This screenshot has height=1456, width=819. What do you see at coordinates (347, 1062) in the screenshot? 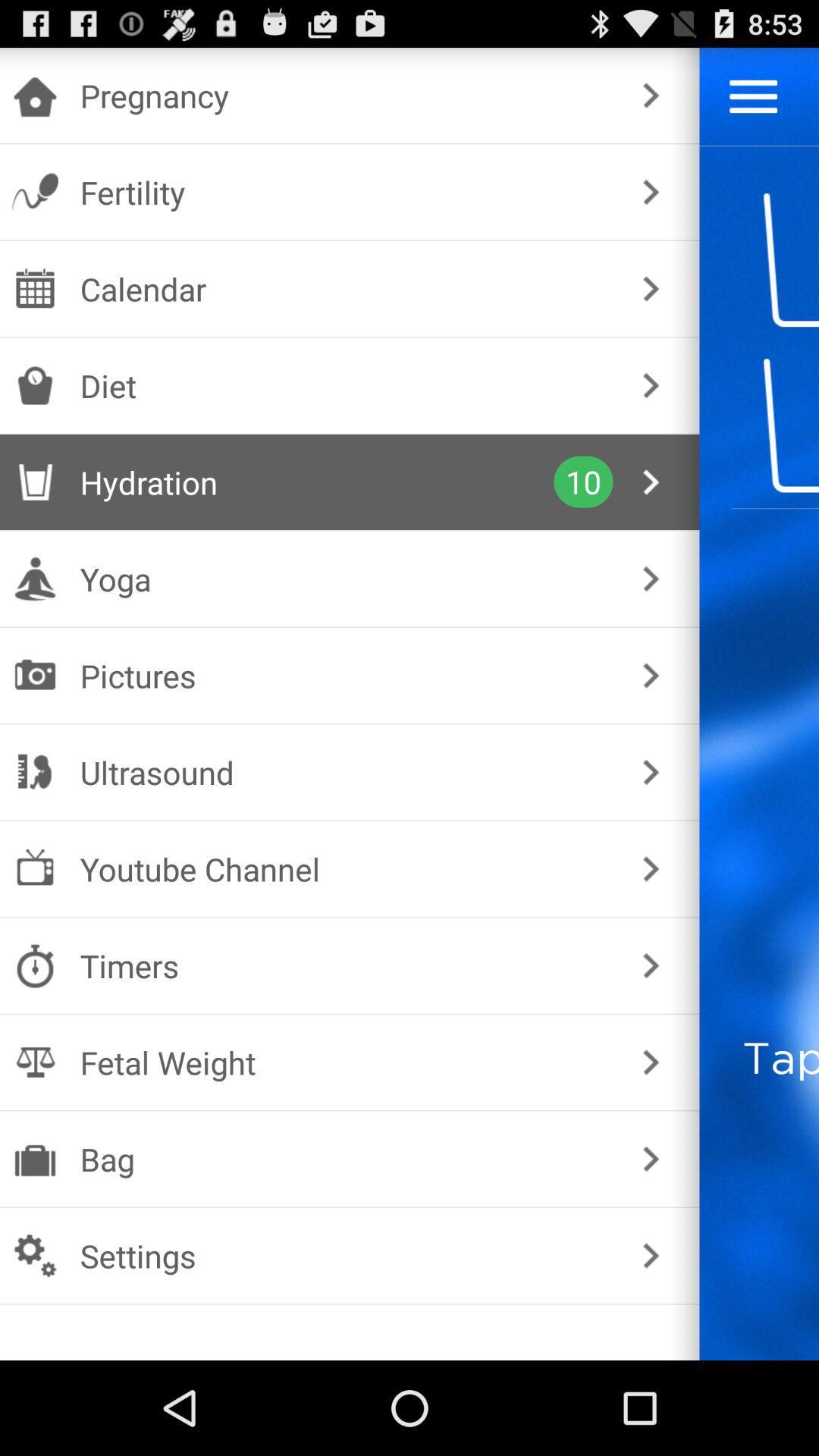
I see `icon below the timers` at bounding box center [347, 1062].